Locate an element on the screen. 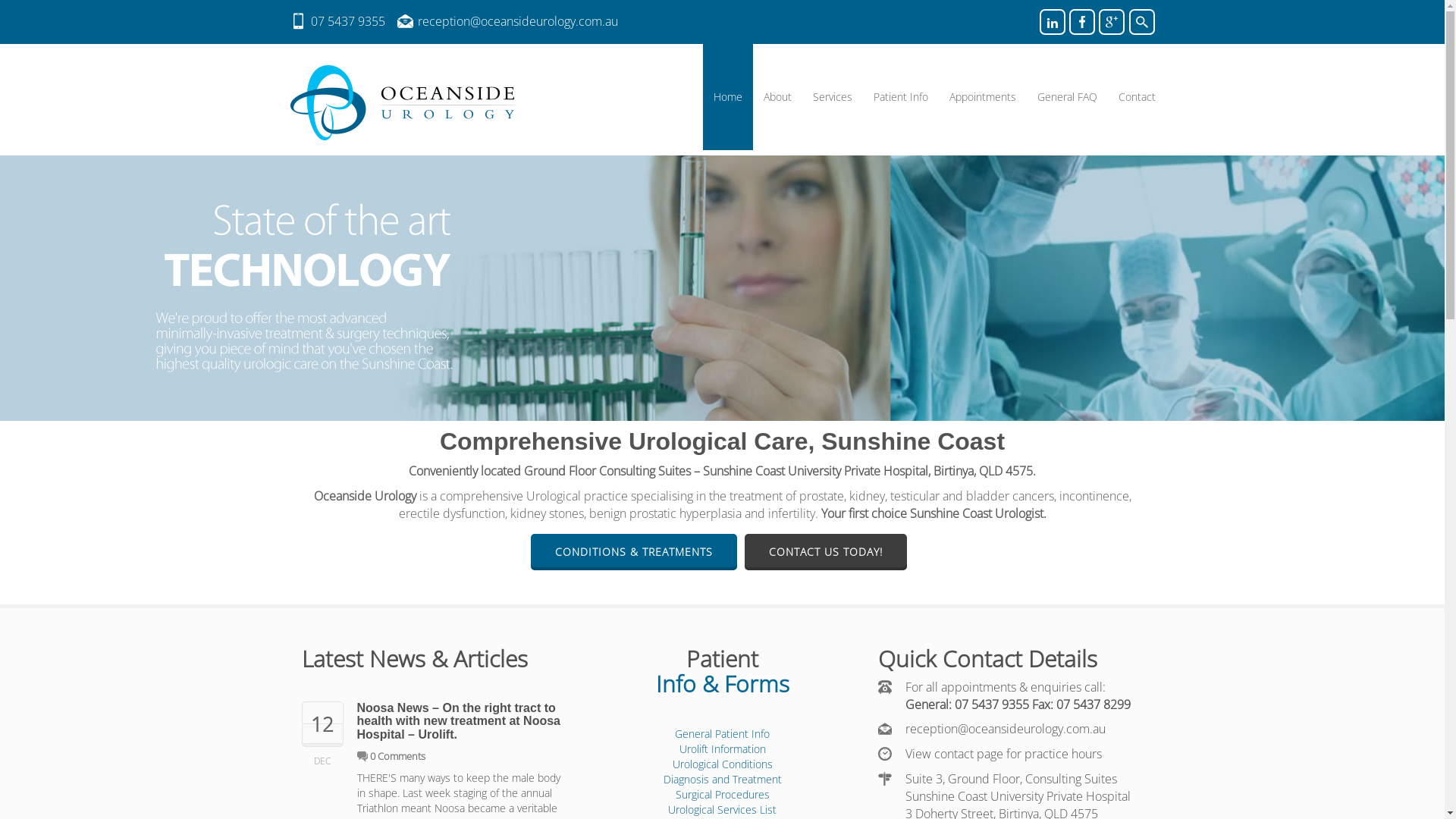 Image resolution: width=1456 pixels, height=819 pixels. 'Urolift Information' is located at coordinates (722, 748).